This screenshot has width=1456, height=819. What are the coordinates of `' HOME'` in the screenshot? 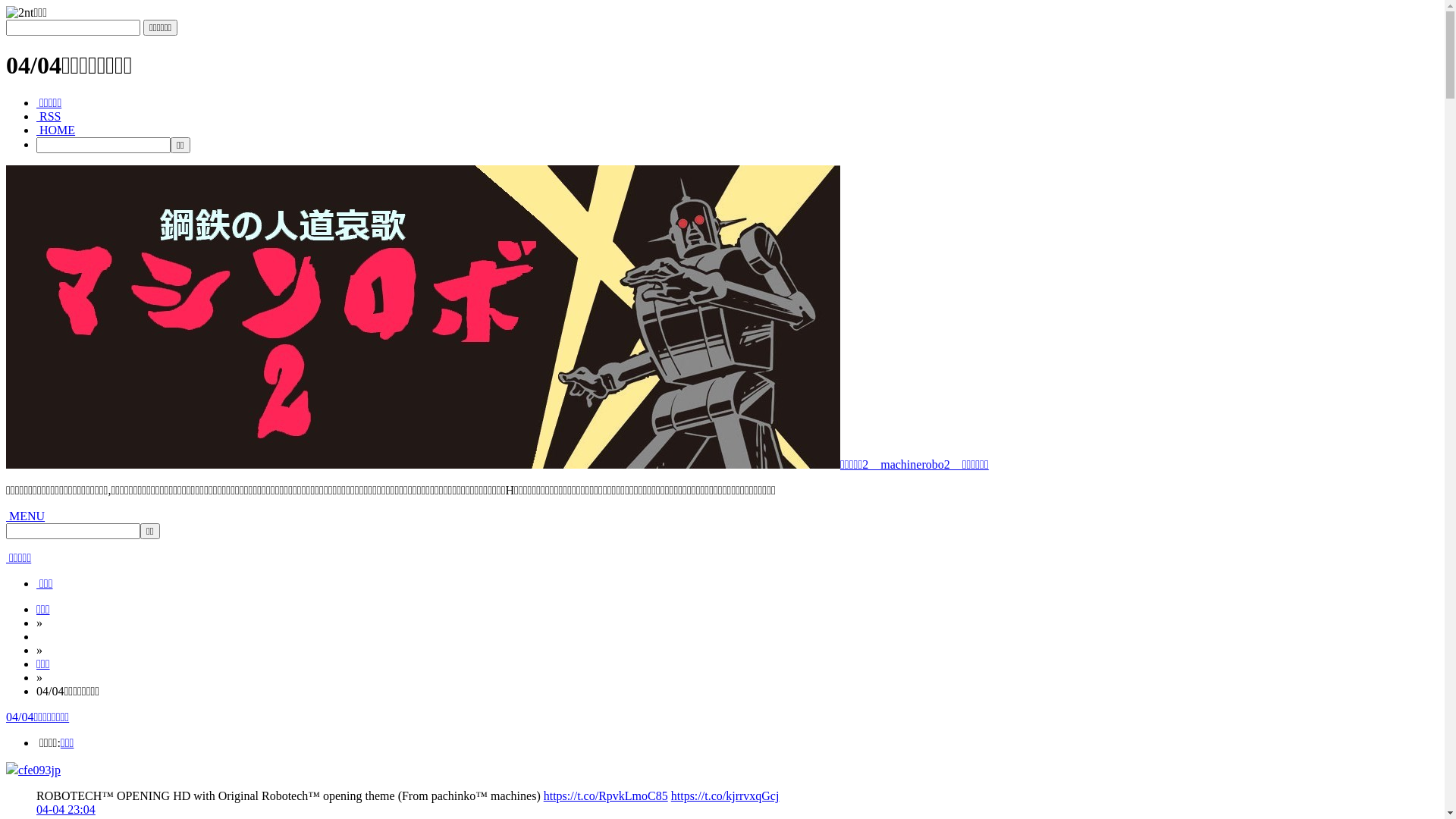 It's located at (55, 129).